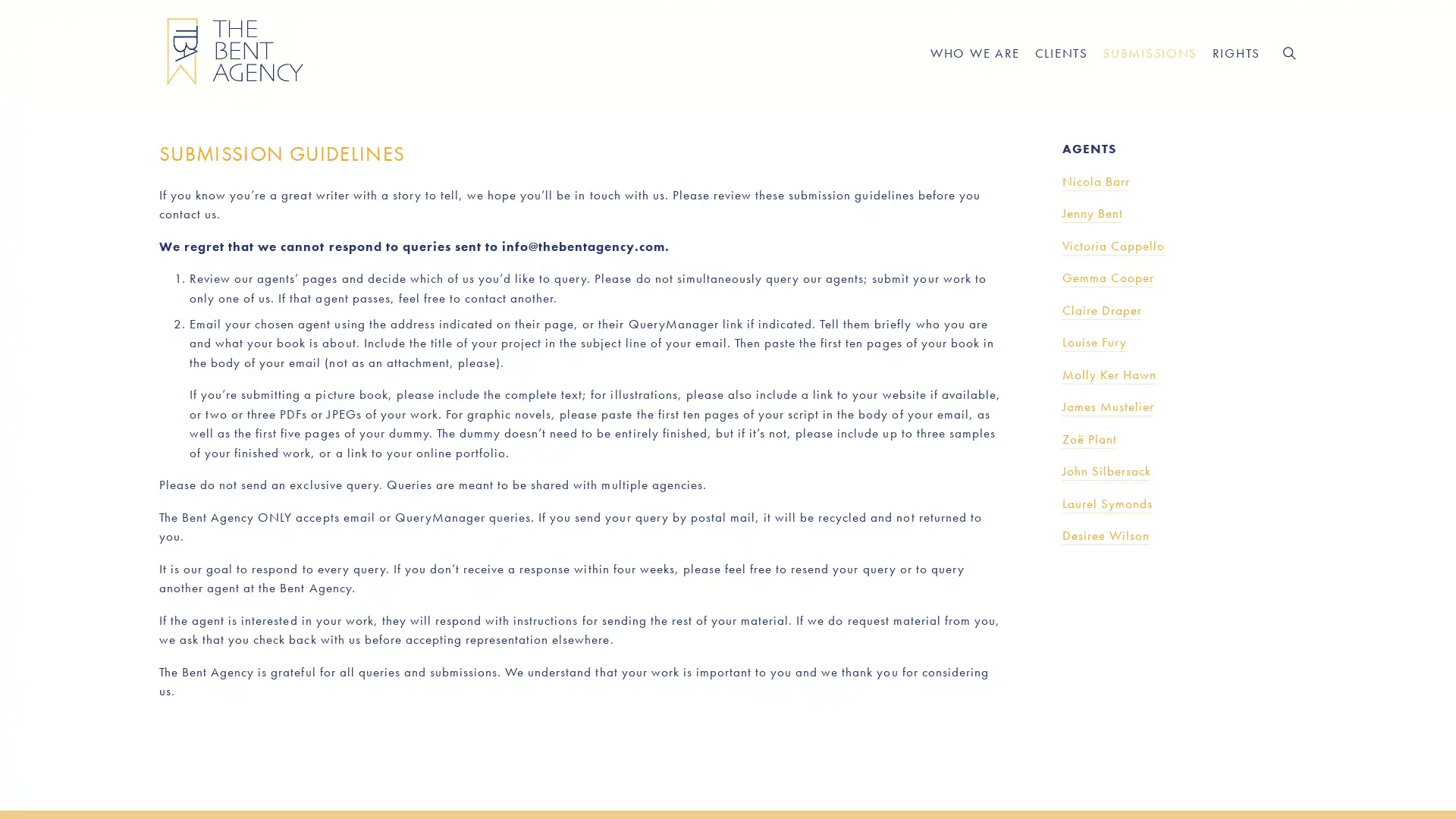 Image resolution: width=1456 pixels, height=819 pixels. Describe the element at coordinates (1288, 52) in the screenshot. I see `Search` at that location.